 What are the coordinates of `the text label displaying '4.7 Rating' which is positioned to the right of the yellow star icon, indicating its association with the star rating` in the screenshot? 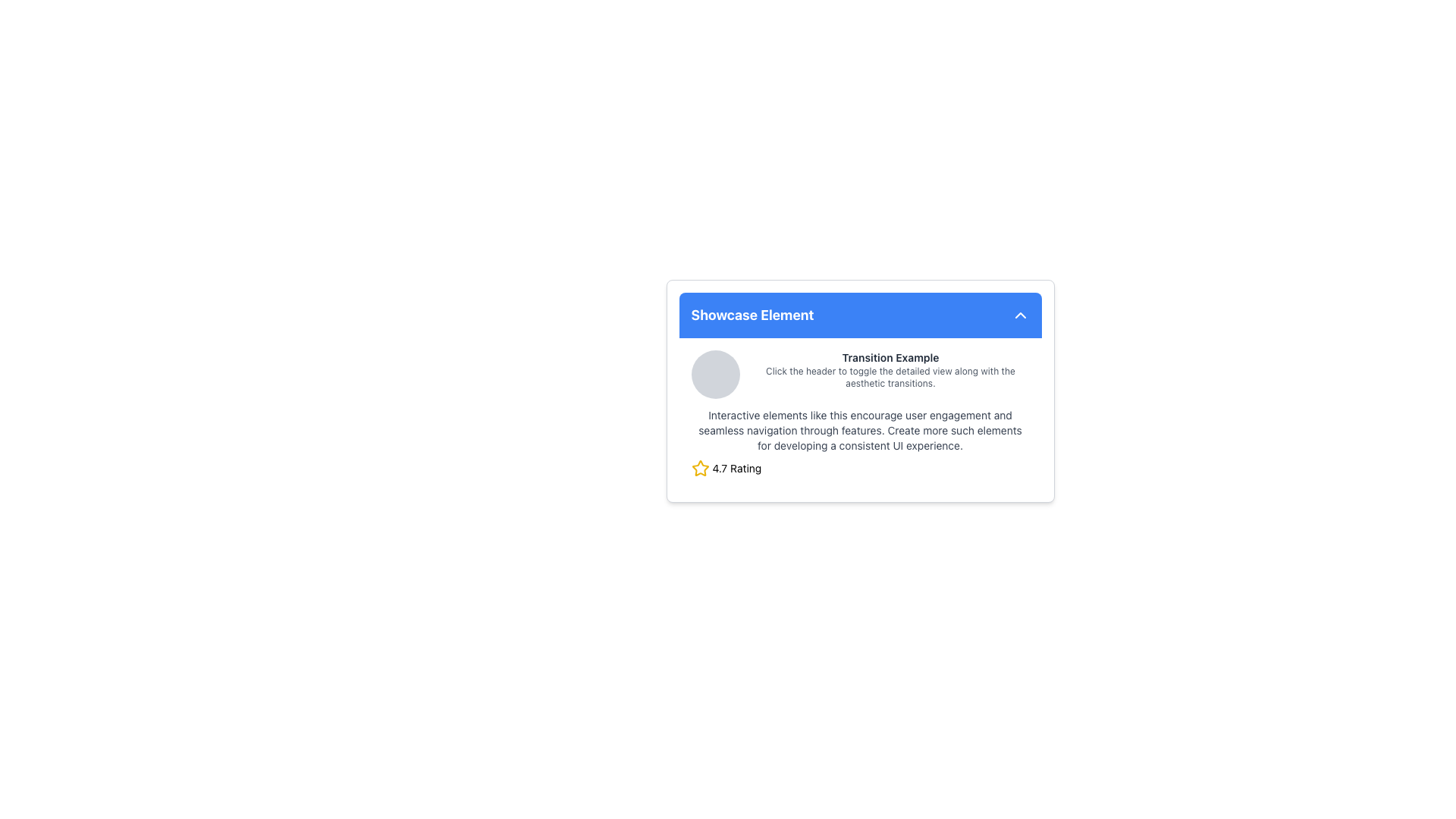 It's located at (736, 467).